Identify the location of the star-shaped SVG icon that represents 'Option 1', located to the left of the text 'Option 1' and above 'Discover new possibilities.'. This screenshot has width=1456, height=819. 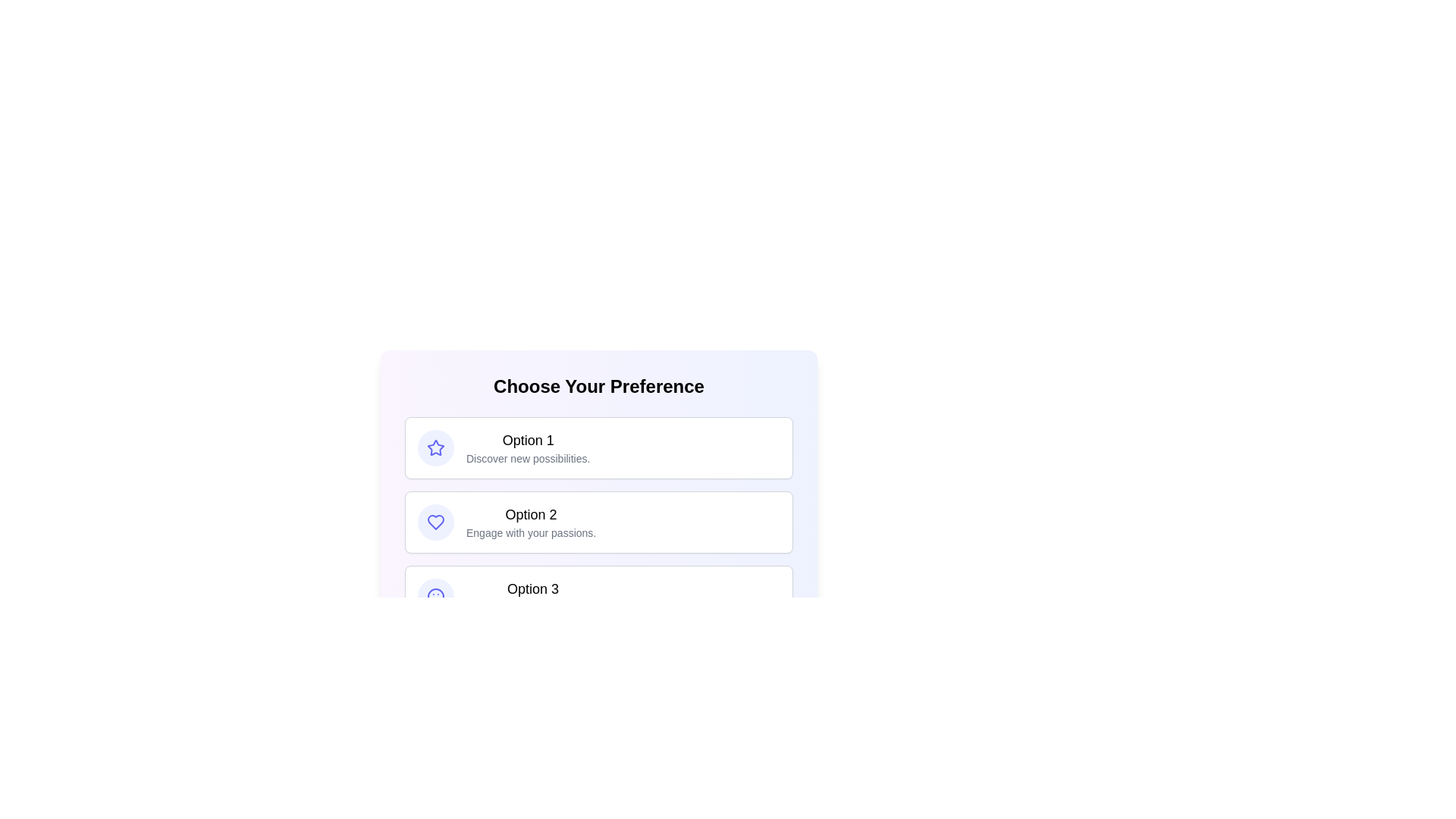
(435, 447).